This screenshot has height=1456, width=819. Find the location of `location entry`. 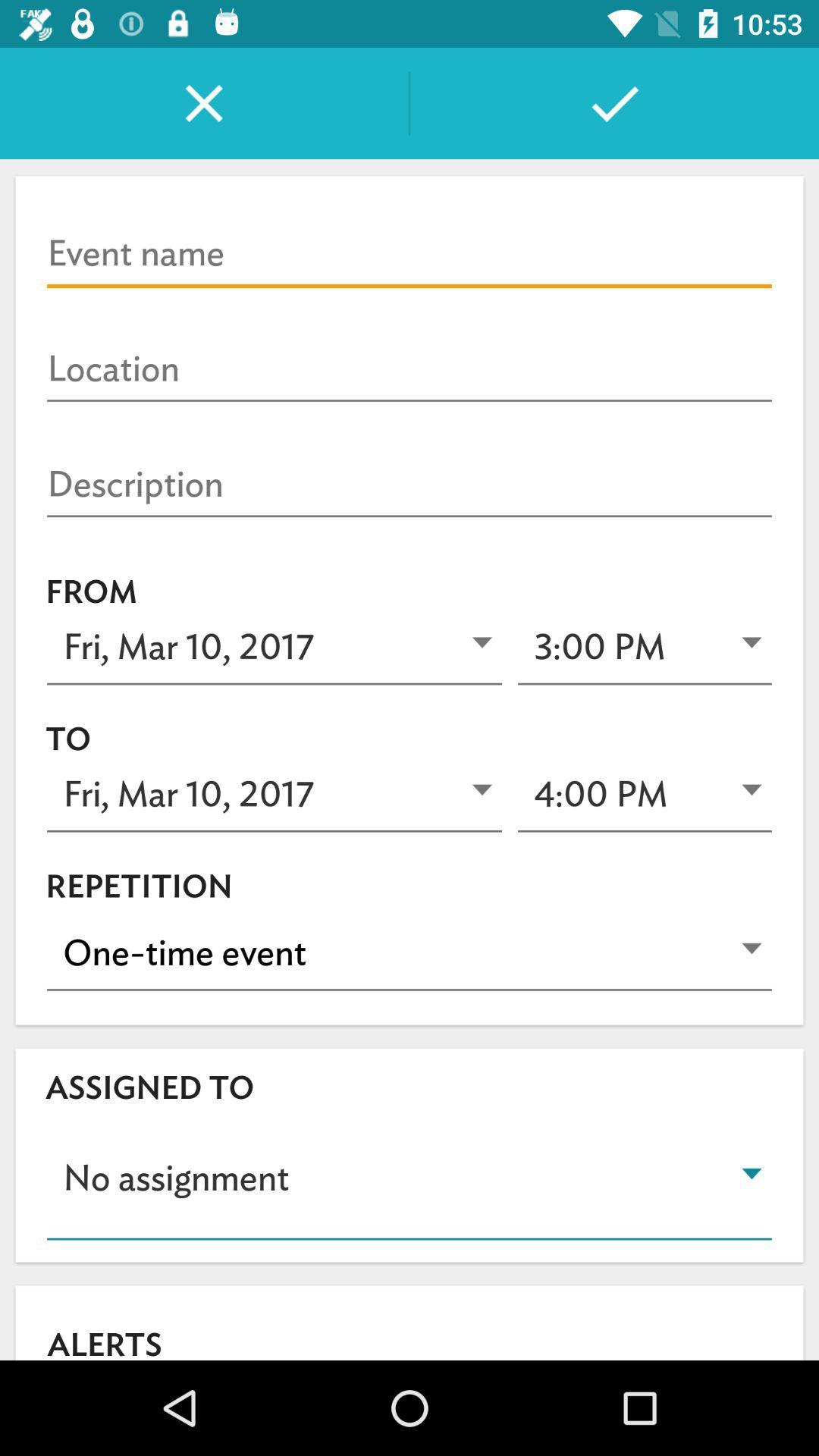

location entry is located at coordinates (409, 369).